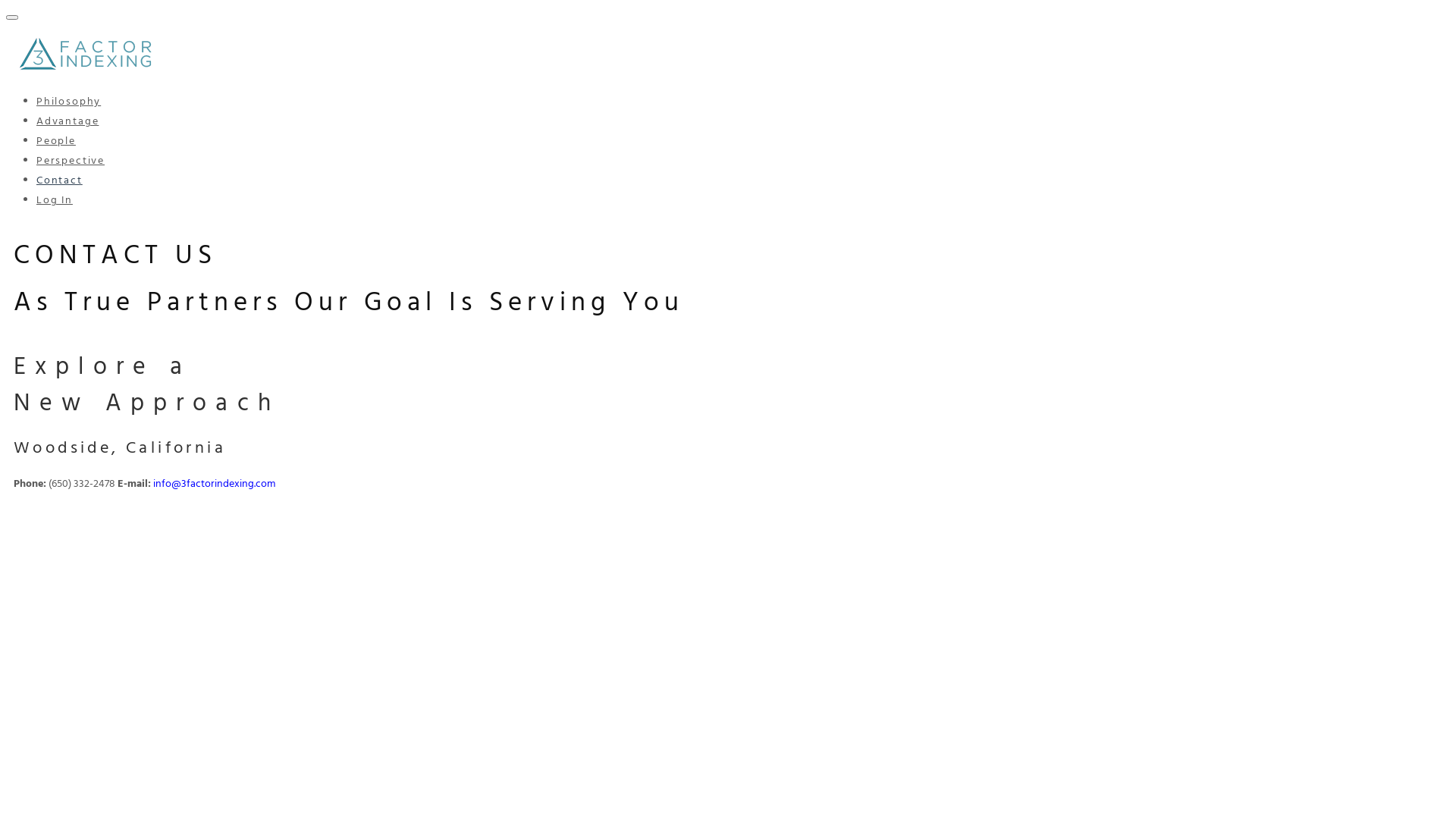 The height and width of the screenshot is (819, 1456). What do you see at coordinates (69, 161) in the screenshot?
I see `'Perspective'` at bounding box center [69, 161].